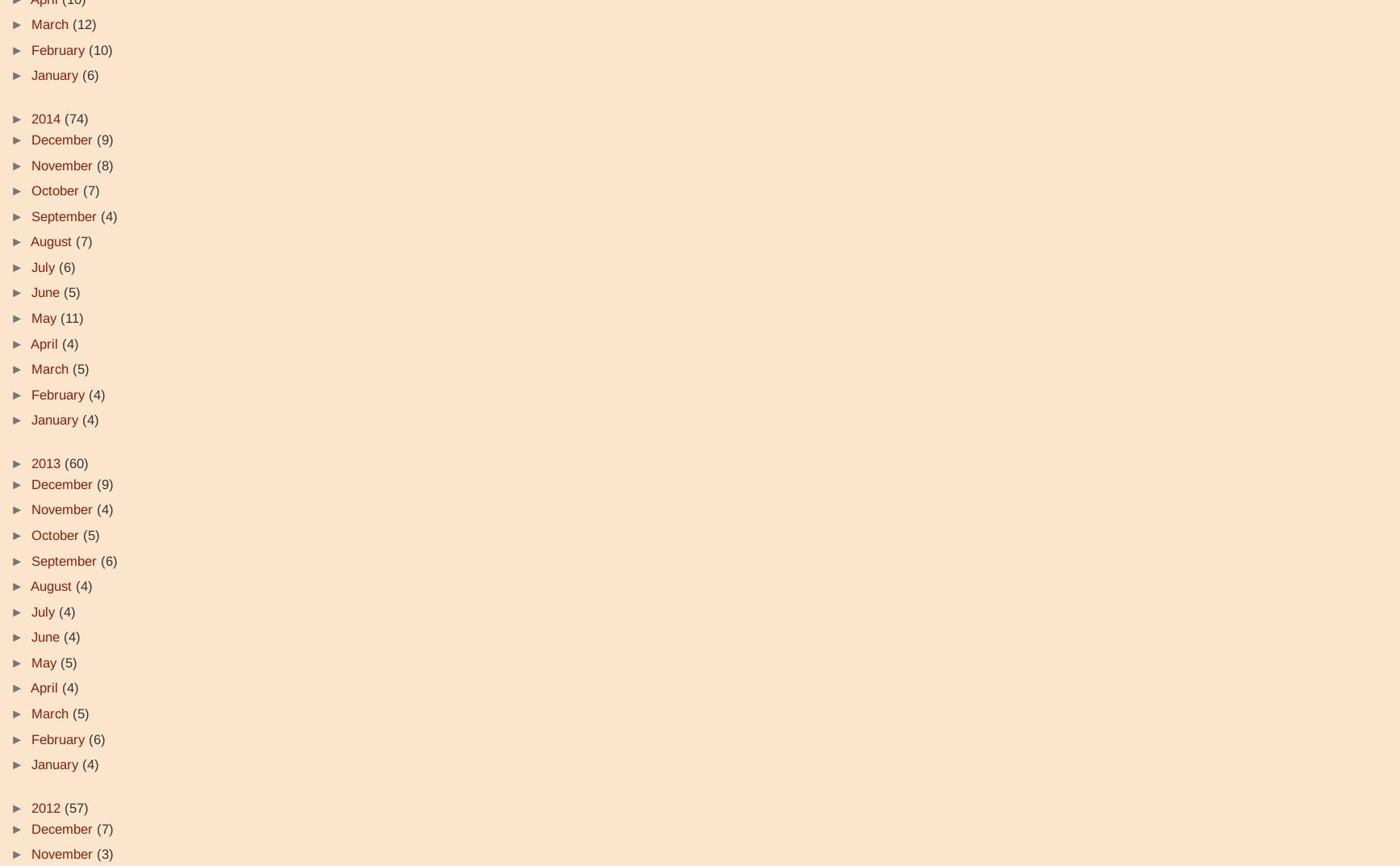 Image resolution: width=1400 pixels, height=866 pixels. What do you see at coordinates (77, 807) in the screenshot?
I see `'(57)'` at bounding box center [77, 807].